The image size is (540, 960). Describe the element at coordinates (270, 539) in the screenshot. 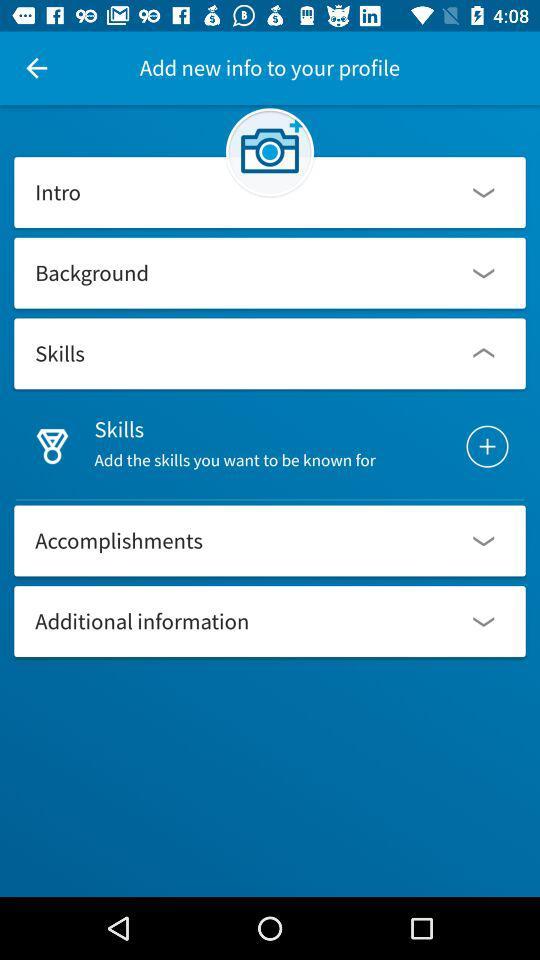

I see `the option accomplishments` at that location.